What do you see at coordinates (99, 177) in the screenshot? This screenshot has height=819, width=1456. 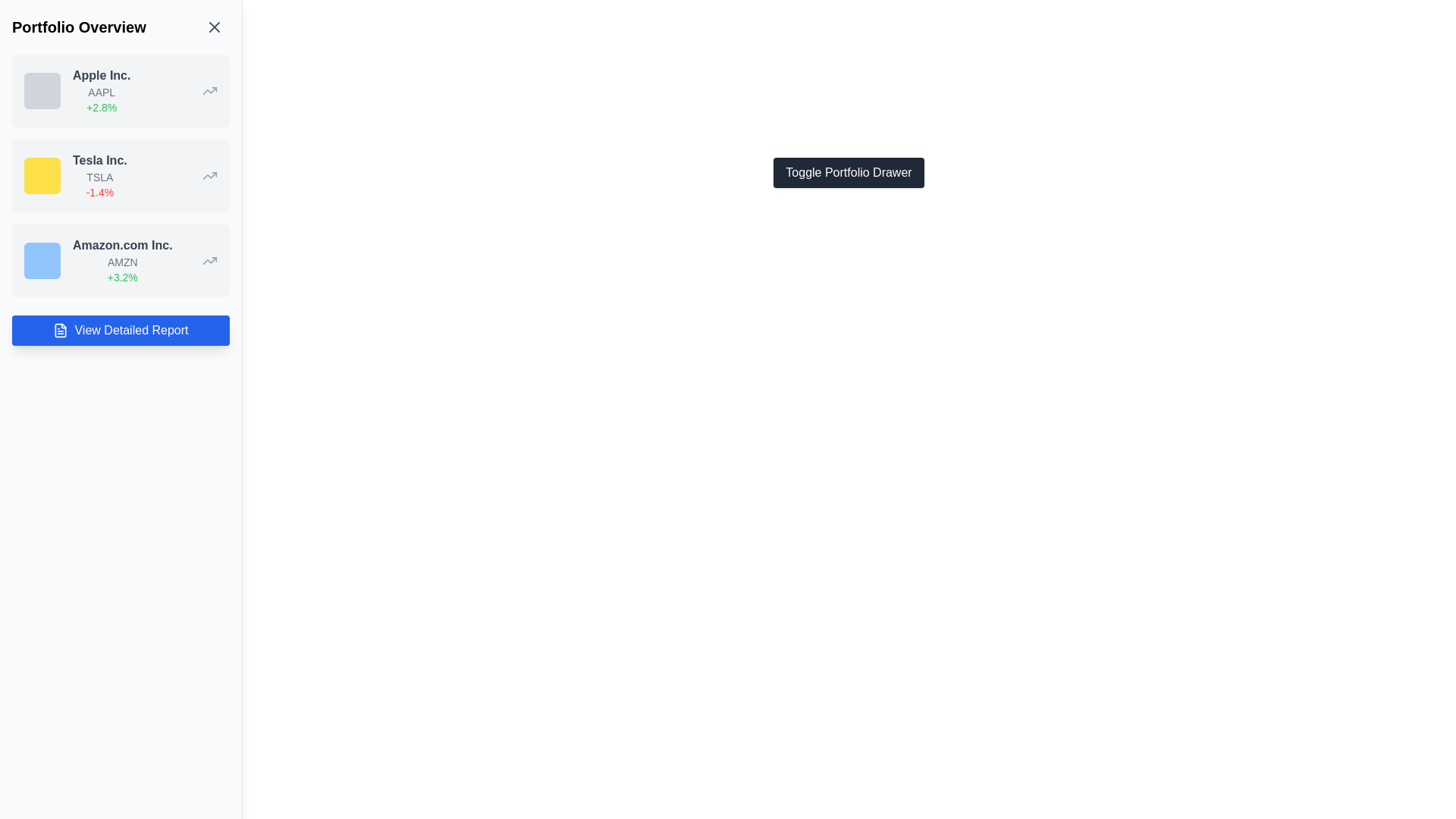 I see `the static text element displaying 'TSLA', which is positioned below 'Tesla Inc.' and above '-1.4%' in a vertically aligned layout` at bounding box center [99, 177].